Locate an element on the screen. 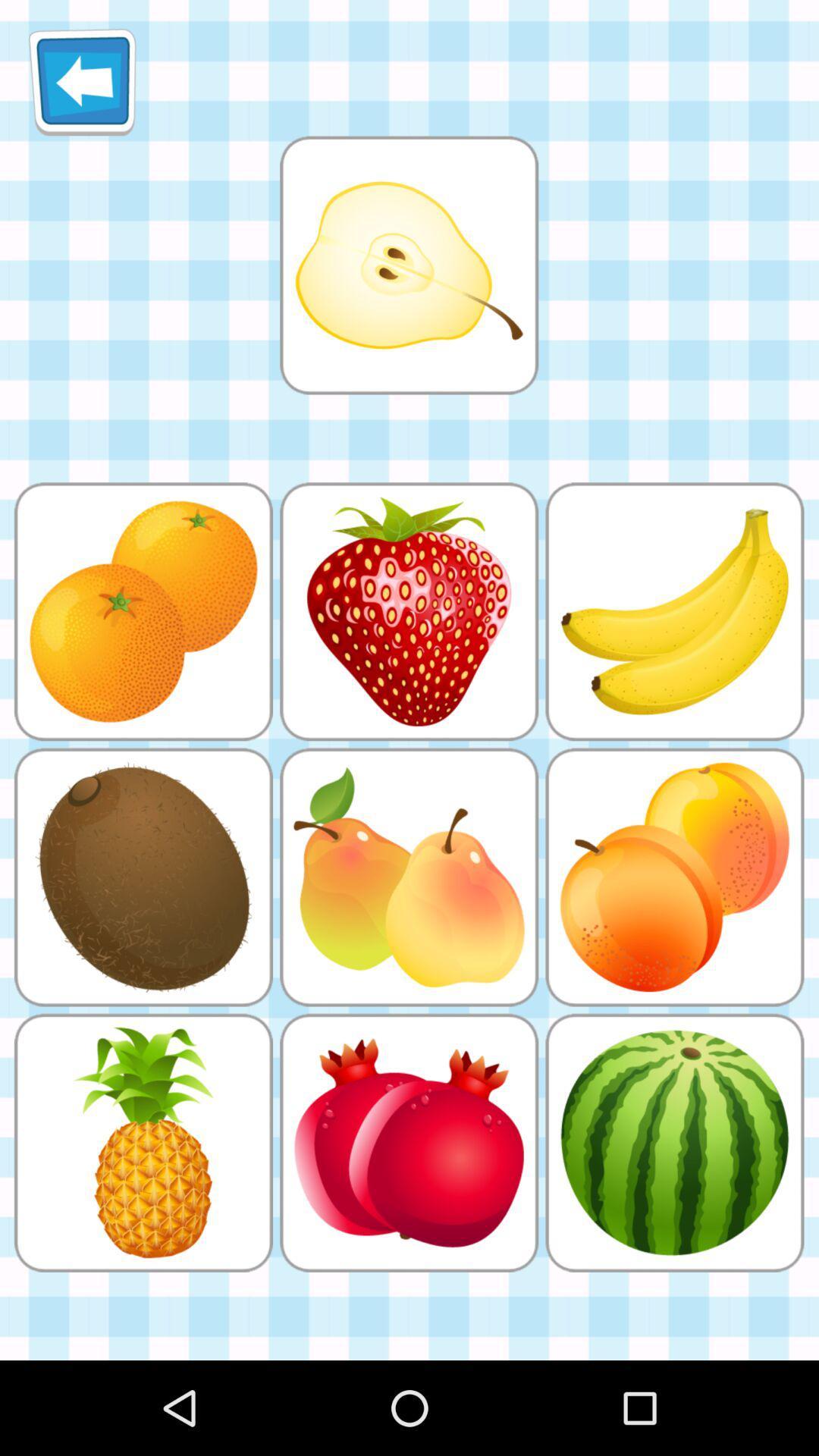 This screenshot has height=1456, width=819. view image is located at coordinates (408, 265).